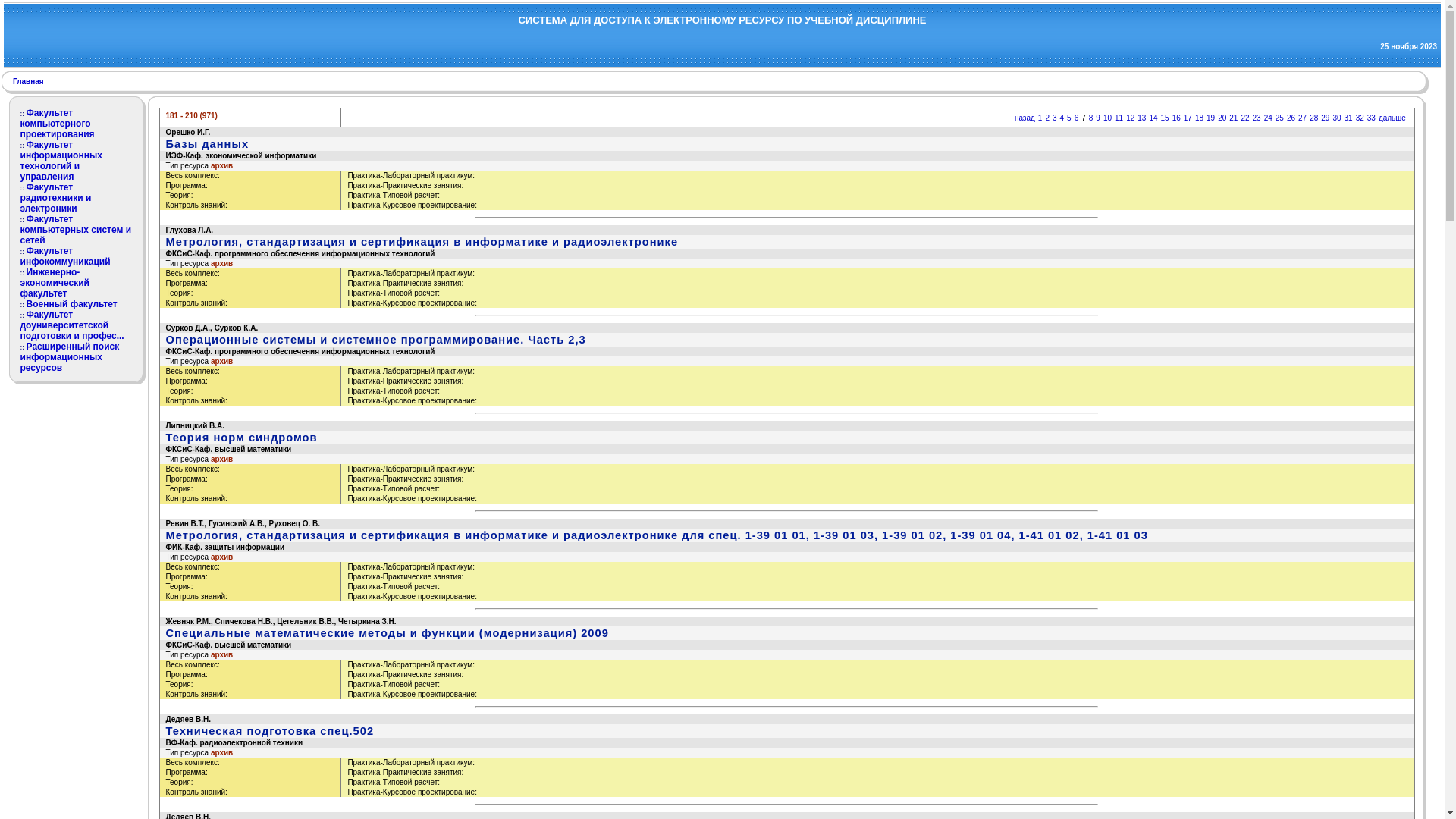  What do you see at coordinates (1114, 117) in the screenshot?
I see `'11'` at bounding box center [1114, 117].